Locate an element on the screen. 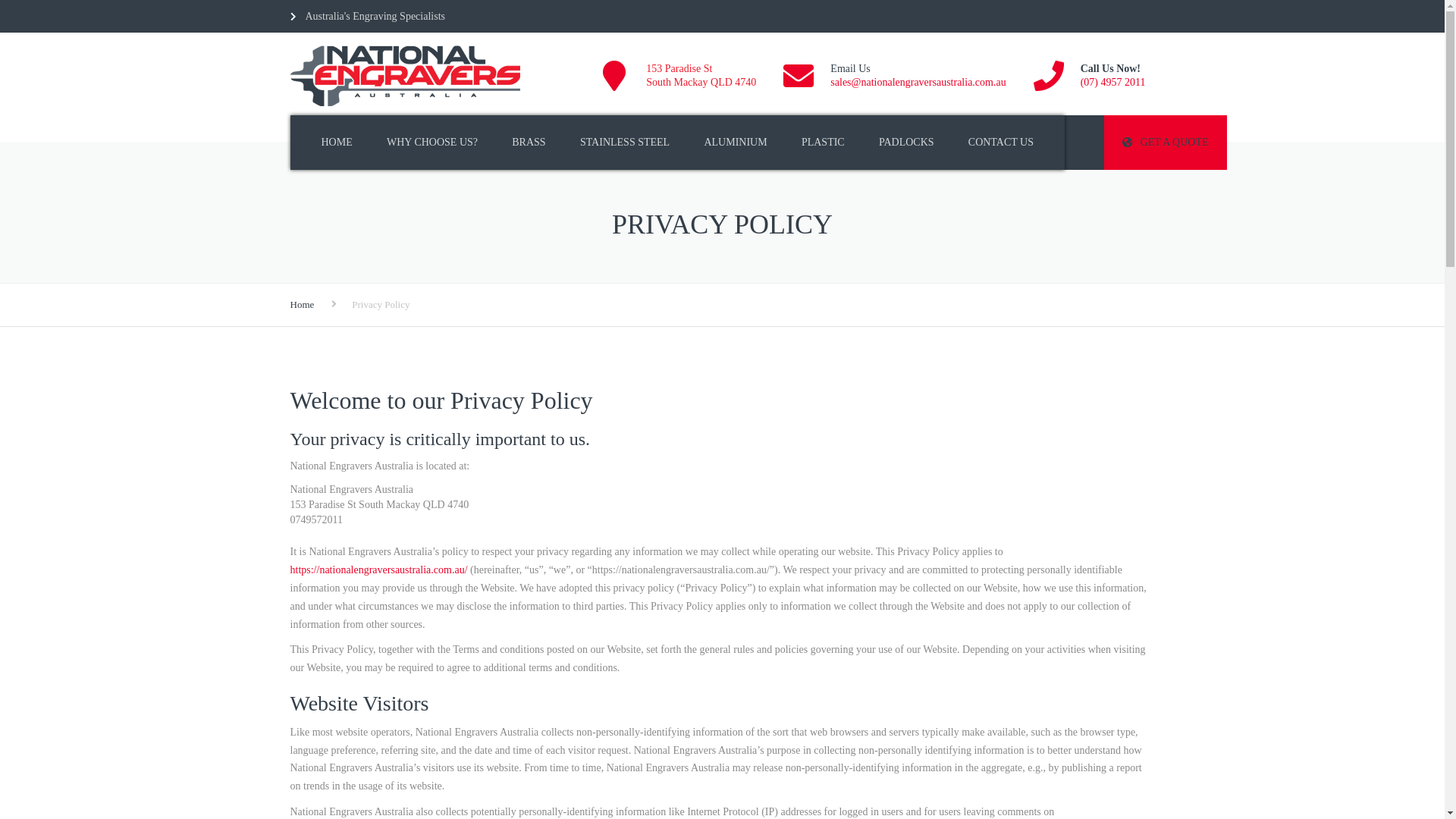  'ALUMINIUM' is located at coordinates (735, 143).